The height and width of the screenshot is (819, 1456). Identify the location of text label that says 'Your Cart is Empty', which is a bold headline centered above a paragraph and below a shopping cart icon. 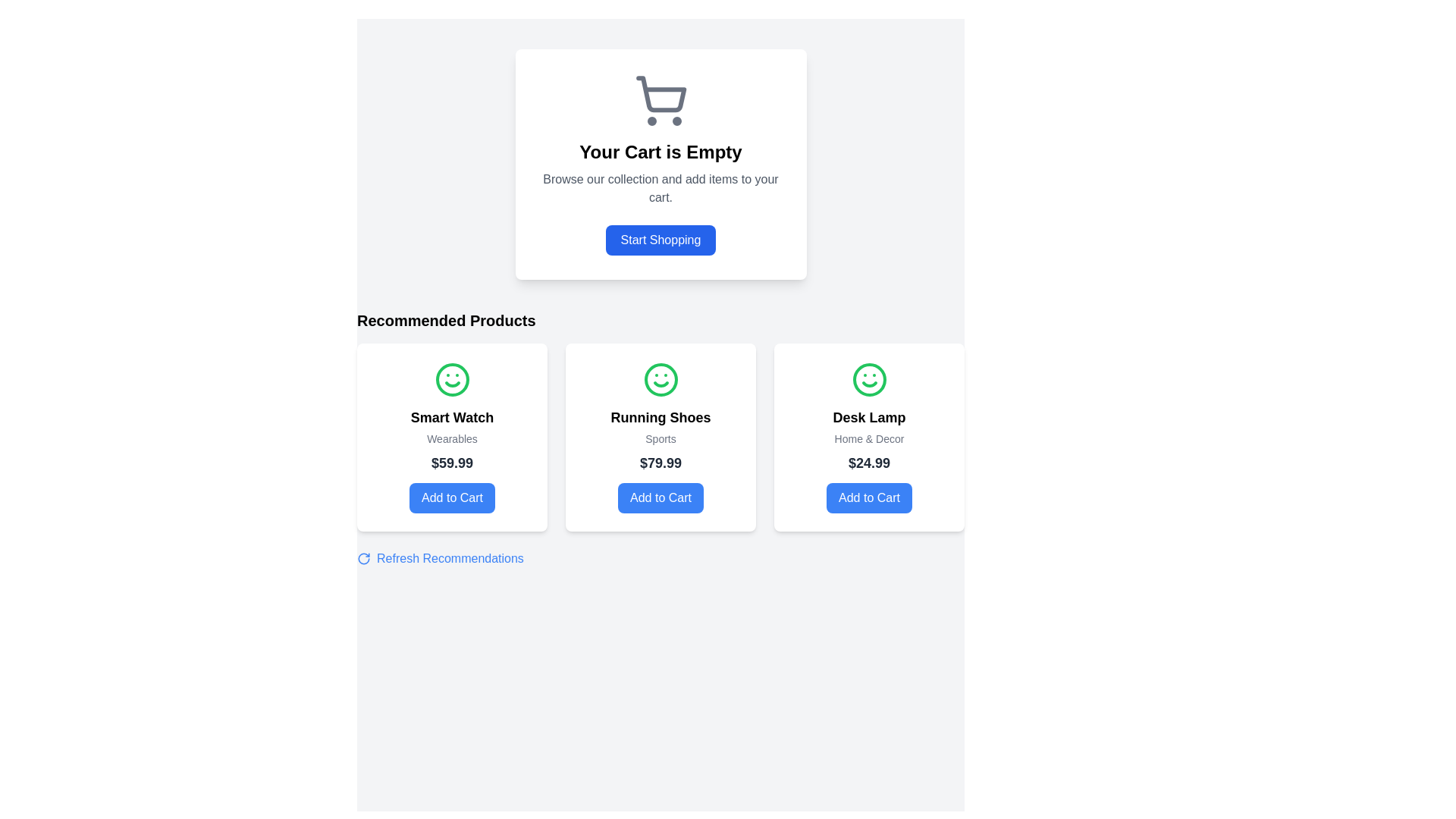
(661, 152).